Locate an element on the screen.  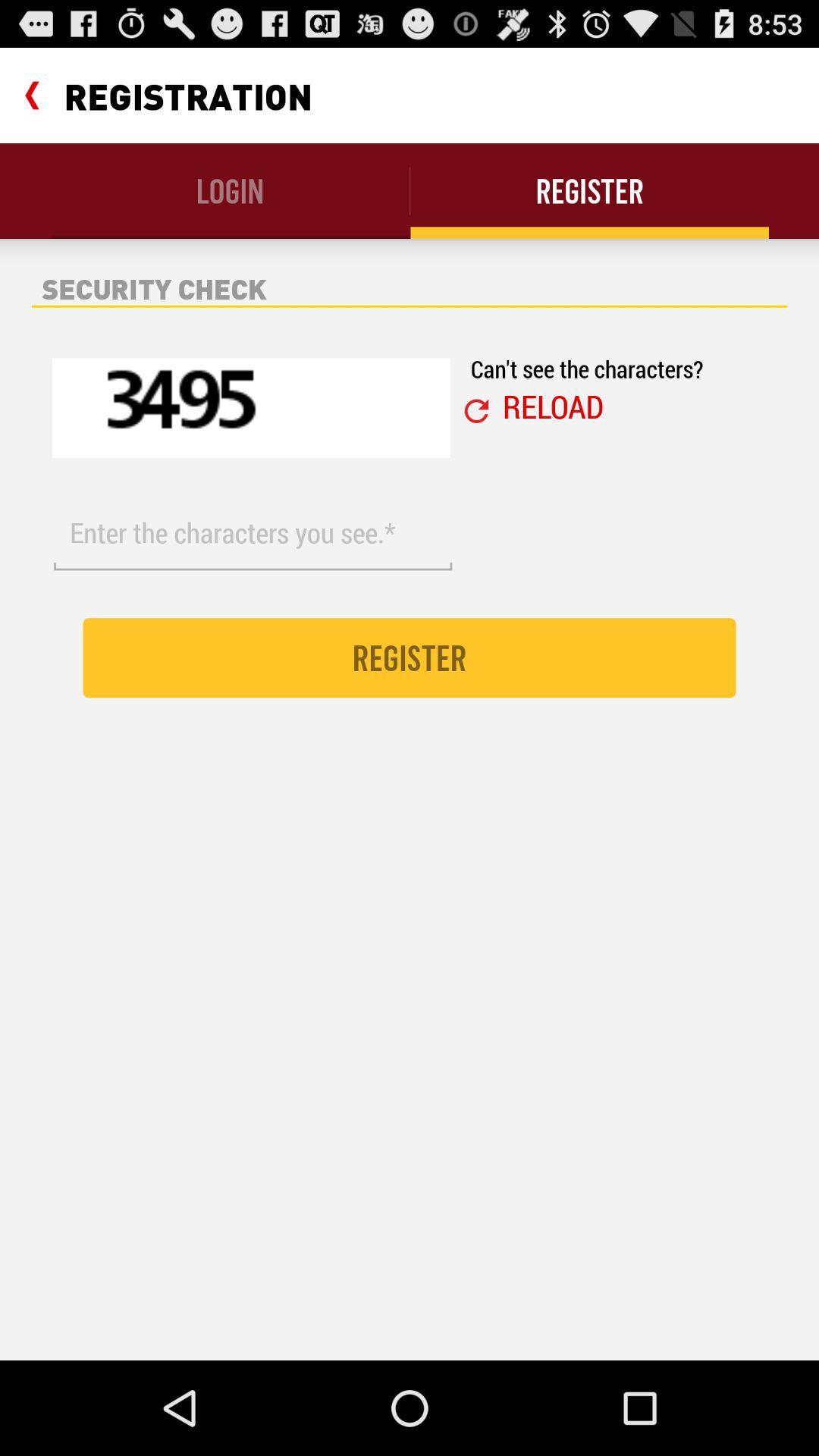
the reload is located at coordinates (553, 406).